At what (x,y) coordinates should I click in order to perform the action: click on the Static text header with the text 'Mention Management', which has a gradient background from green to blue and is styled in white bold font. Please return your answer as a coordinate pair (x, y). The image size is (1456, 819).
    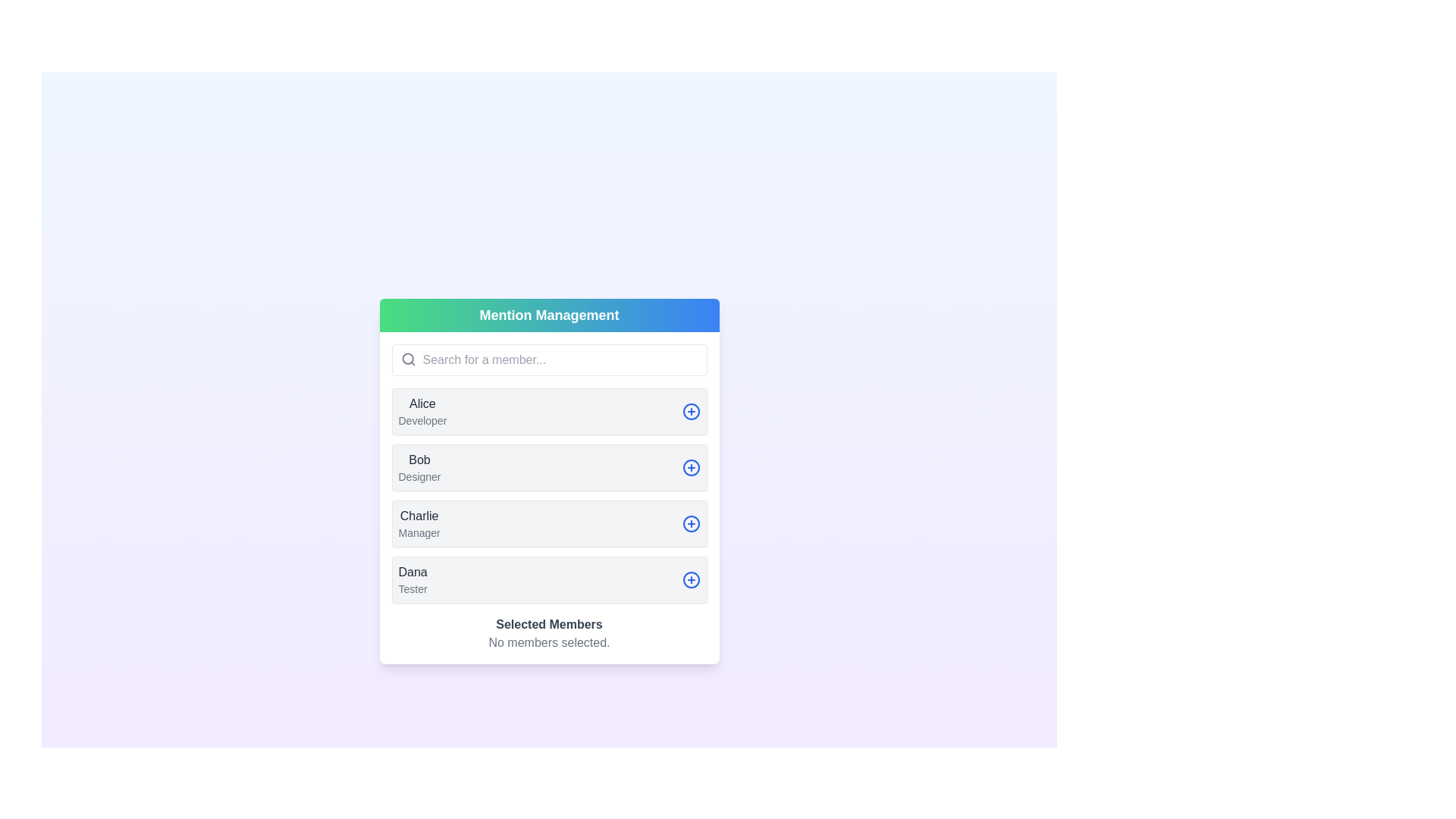
    Looking at the image, I should click on (548, 315).